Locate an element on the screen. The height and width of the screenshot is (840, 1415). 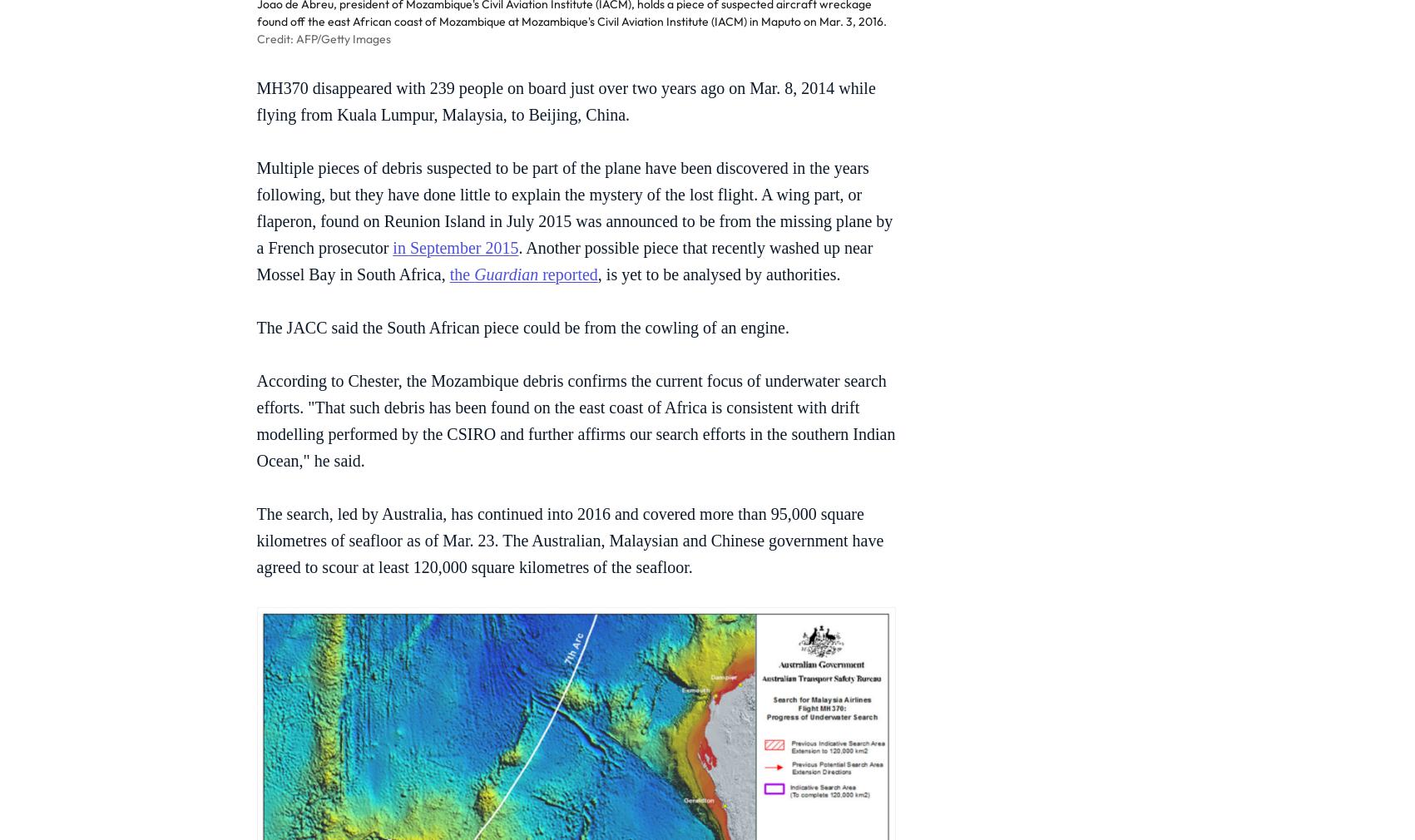
'Guardian' is located at coordinates (506, 274).